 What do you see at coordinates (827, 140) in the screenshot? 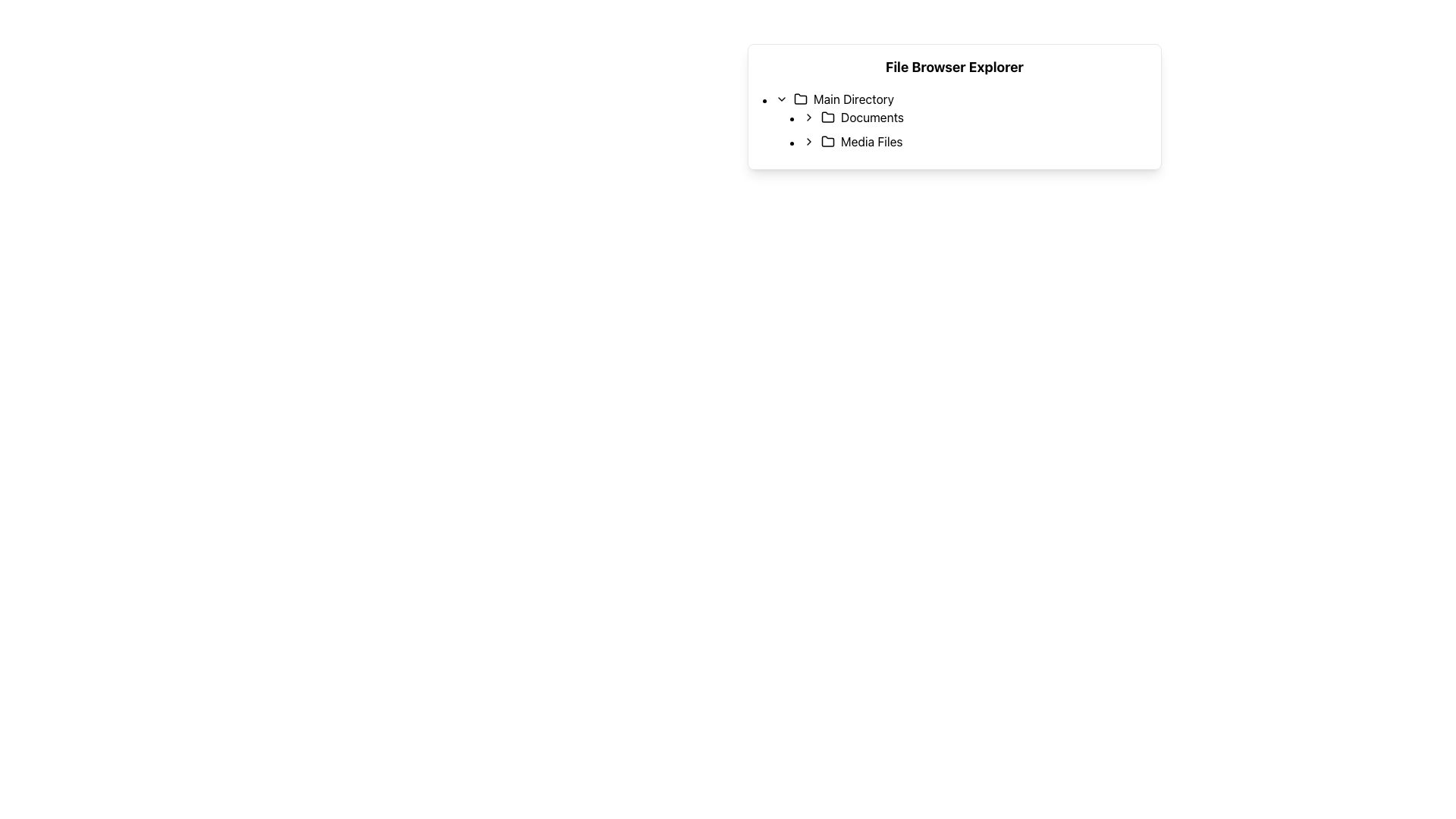
I see `the folder icon associated with the 'Media Files' entry` at bounding box center [827, 140].